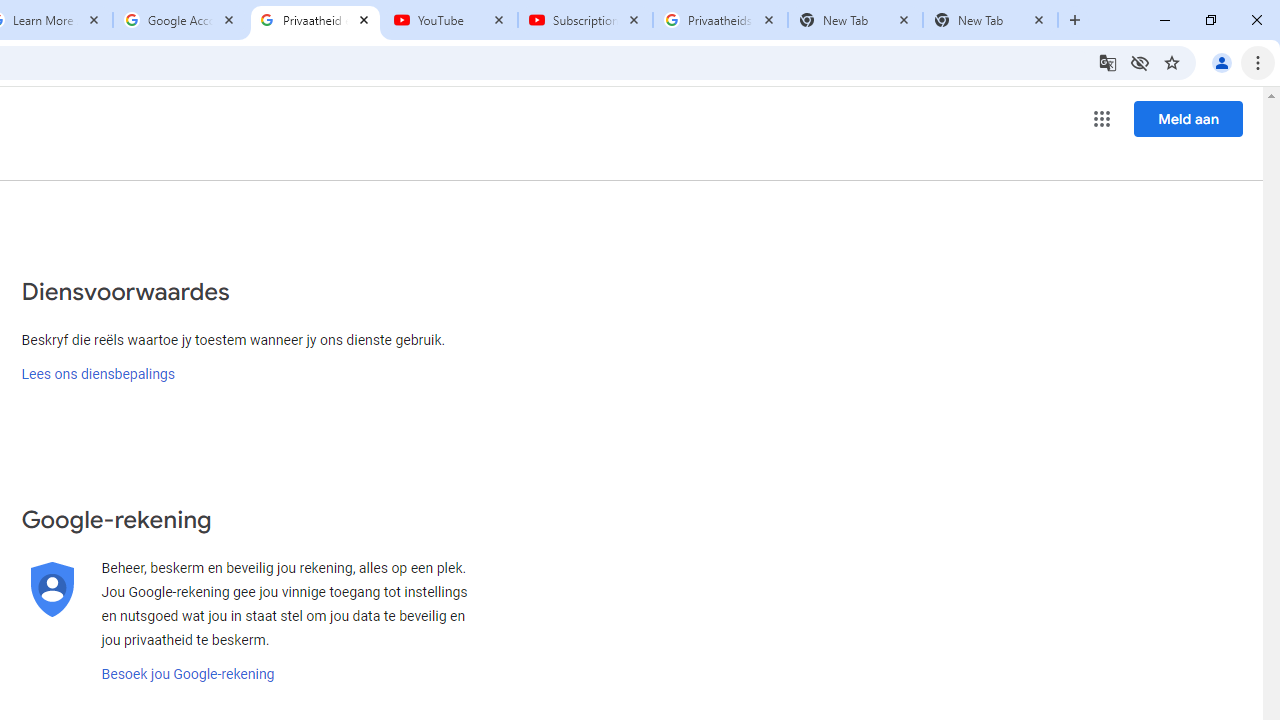  What do you see at coordinates (188, 674) in the screenshot?
I see `'Besoek jou Google-rekening'` at bounding box center [188, 674].